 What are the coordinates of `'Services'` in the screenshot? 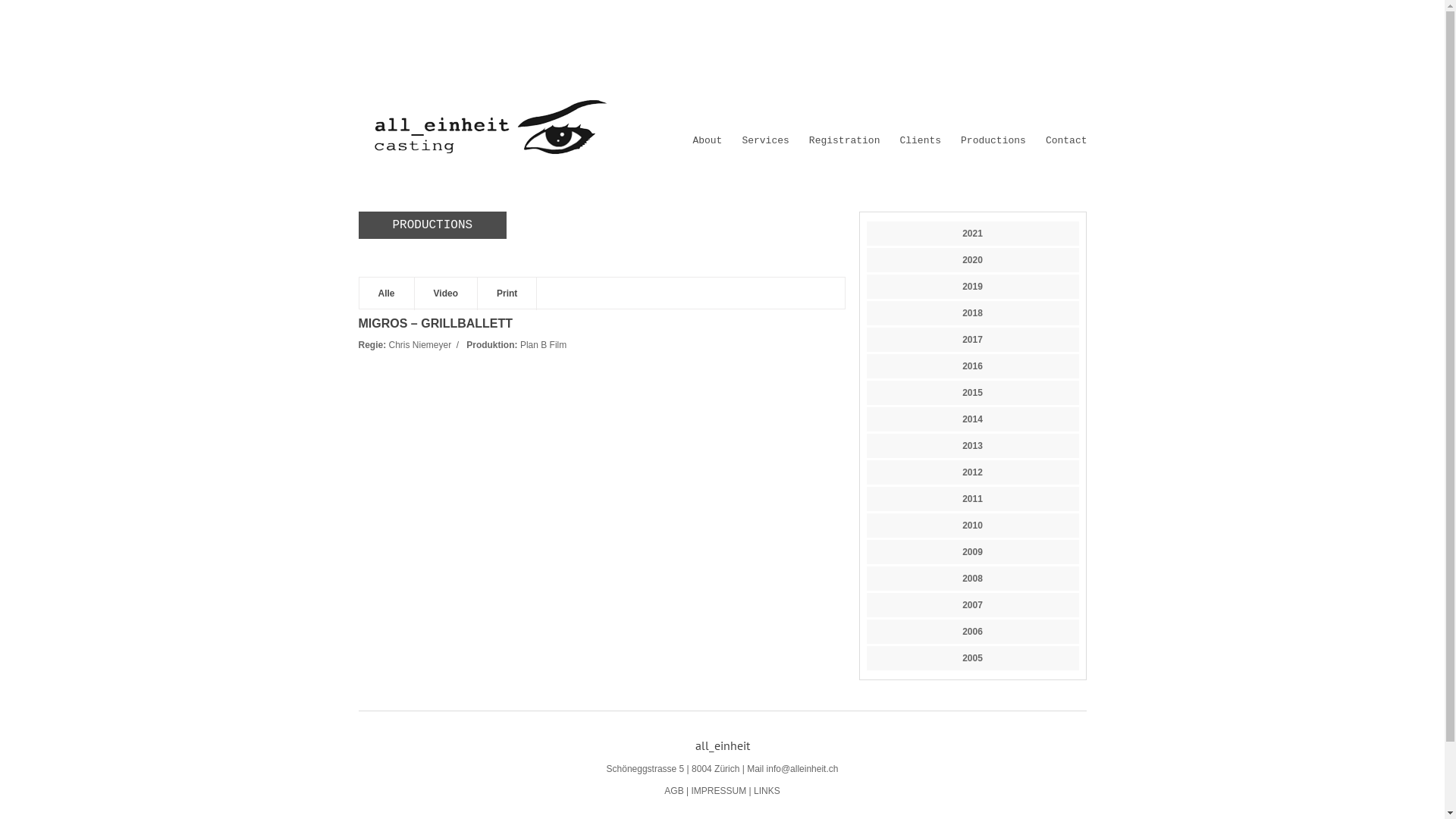 It's located at (764, 140).